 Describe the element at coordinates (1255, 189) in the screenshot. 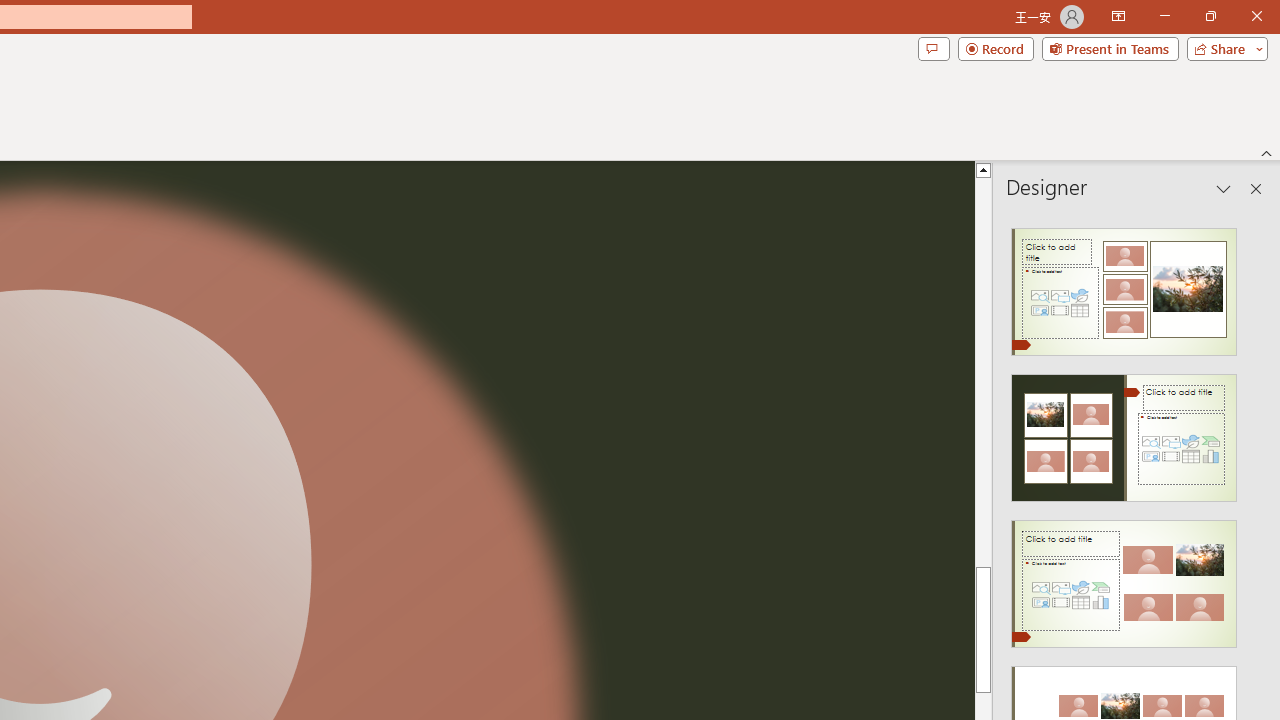

I see `'Close pane'` at that location.